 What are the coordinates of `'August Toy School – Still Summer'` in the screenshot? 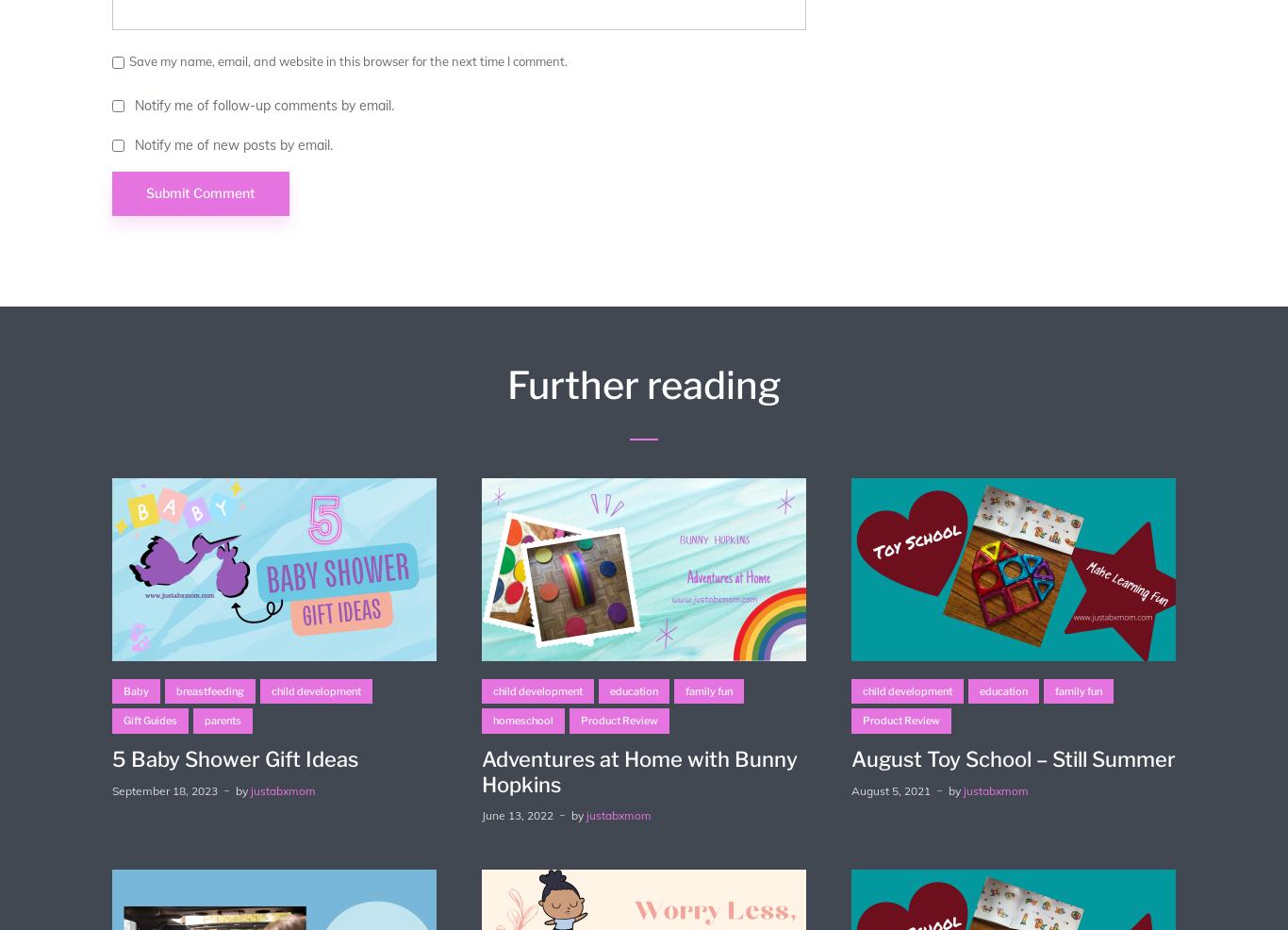 It's located at (1011, 758).